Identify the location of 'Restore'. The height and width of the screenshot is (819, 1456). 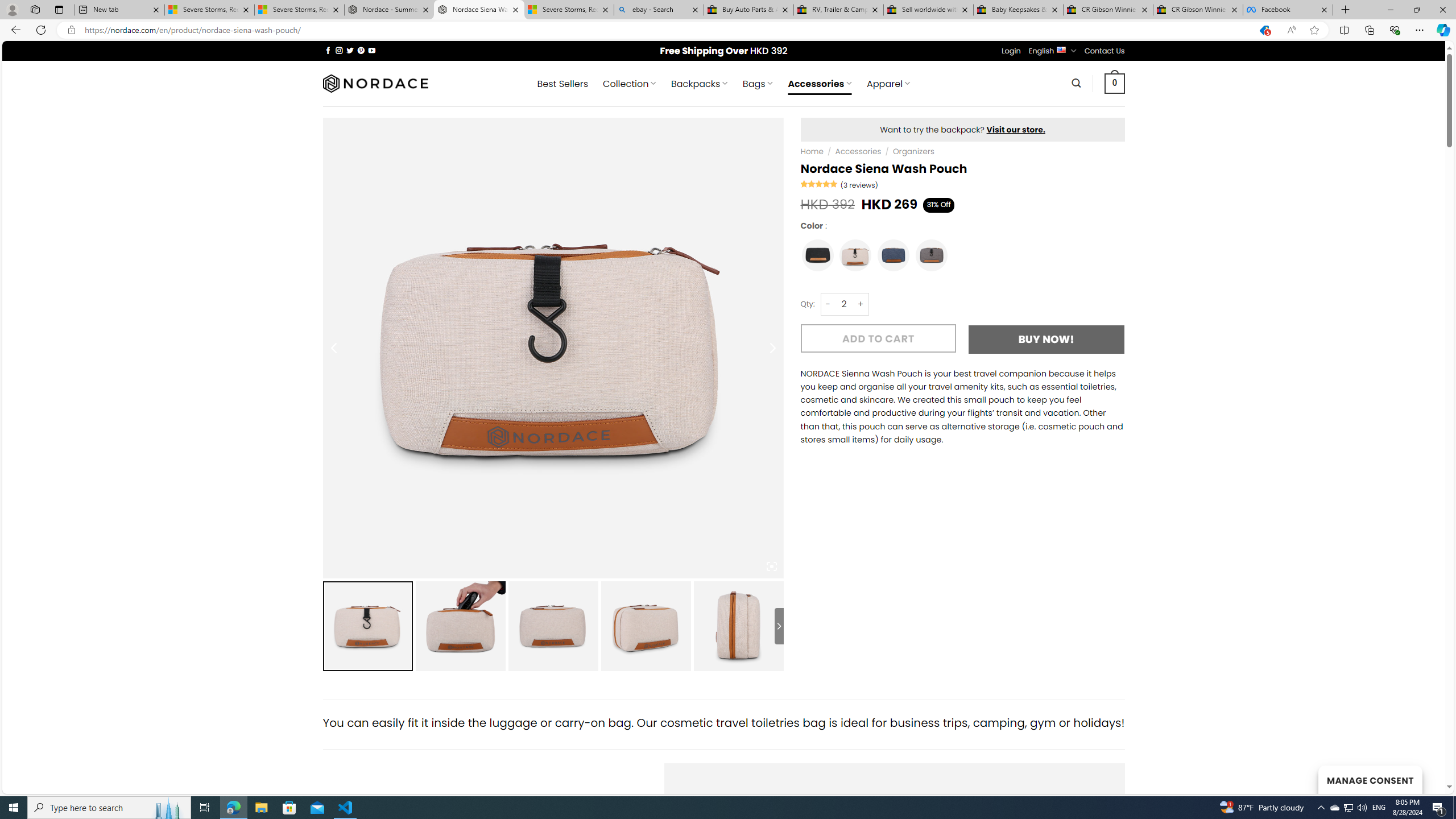
(1416, 9).